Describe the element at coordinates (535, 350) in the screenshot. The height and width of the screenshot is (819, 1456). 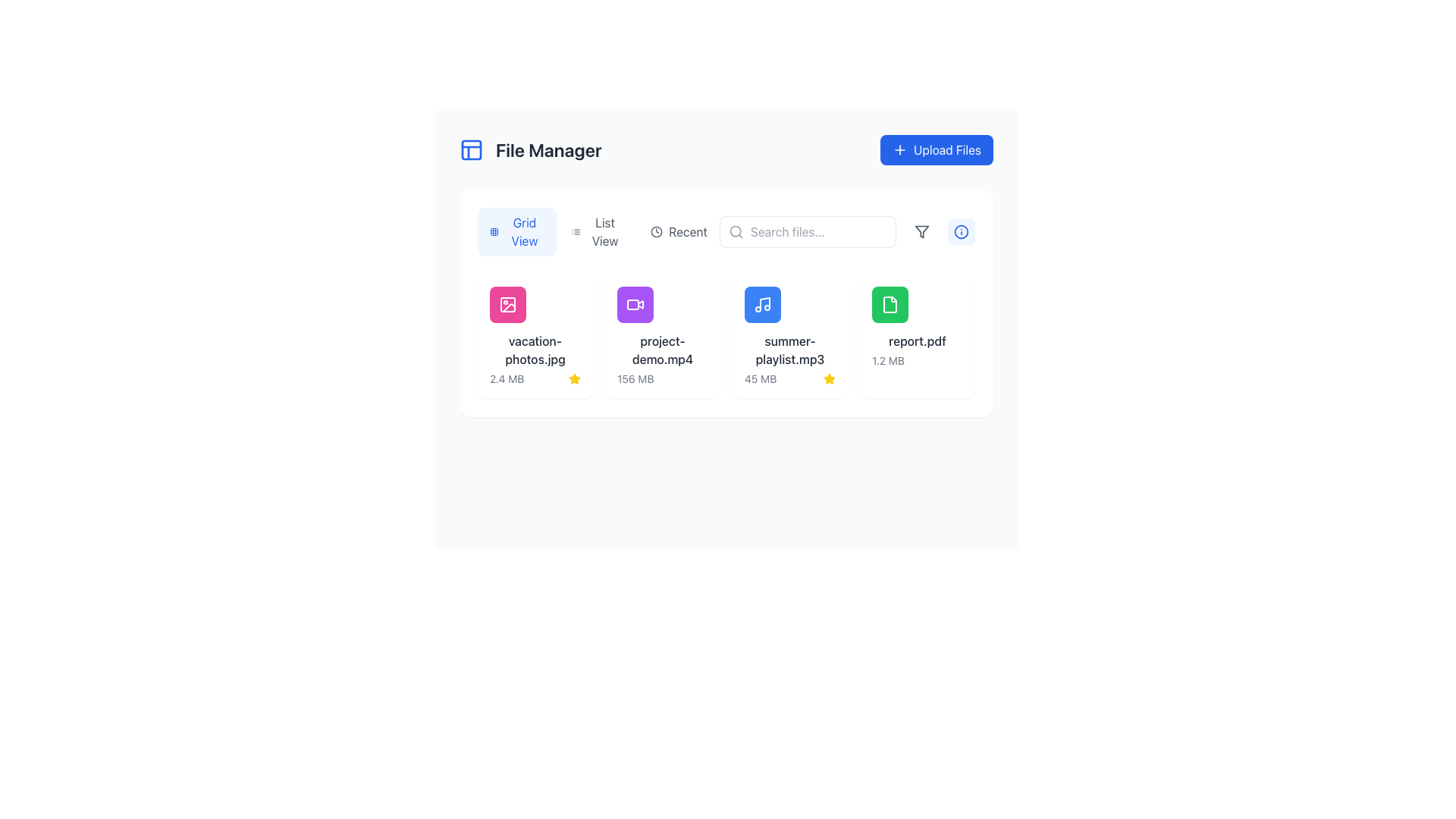
I see `the textual label displaying the filename 'vacation-photos.jpg'` at that location.